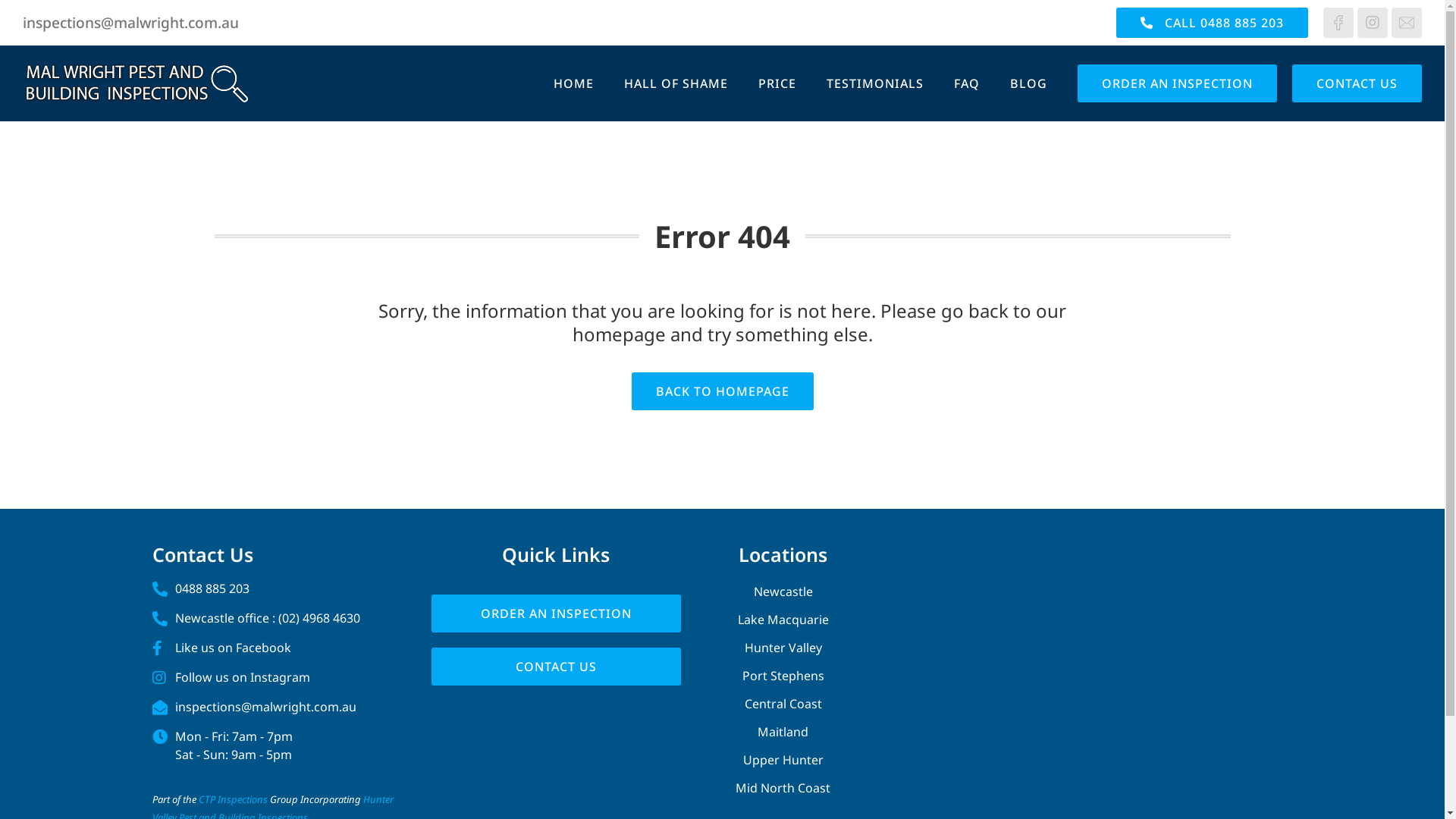 This screenshot has width=1456, height=819. What do you see at coordinates (777, 83) in the screenshot?
I see `'PRICE'` at bounding box center [777, 83].